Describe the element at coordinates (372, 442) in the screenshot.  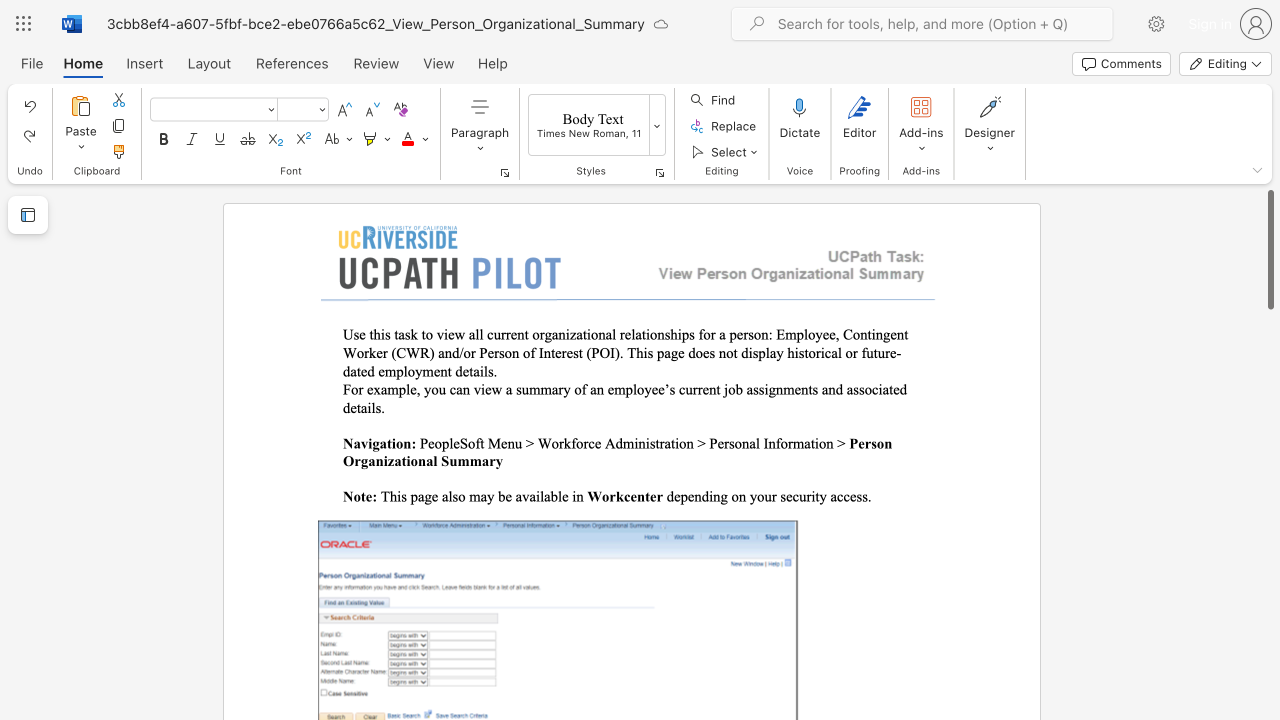
I see `the subset text "gation:" within the text "Navigation:"` at that location.